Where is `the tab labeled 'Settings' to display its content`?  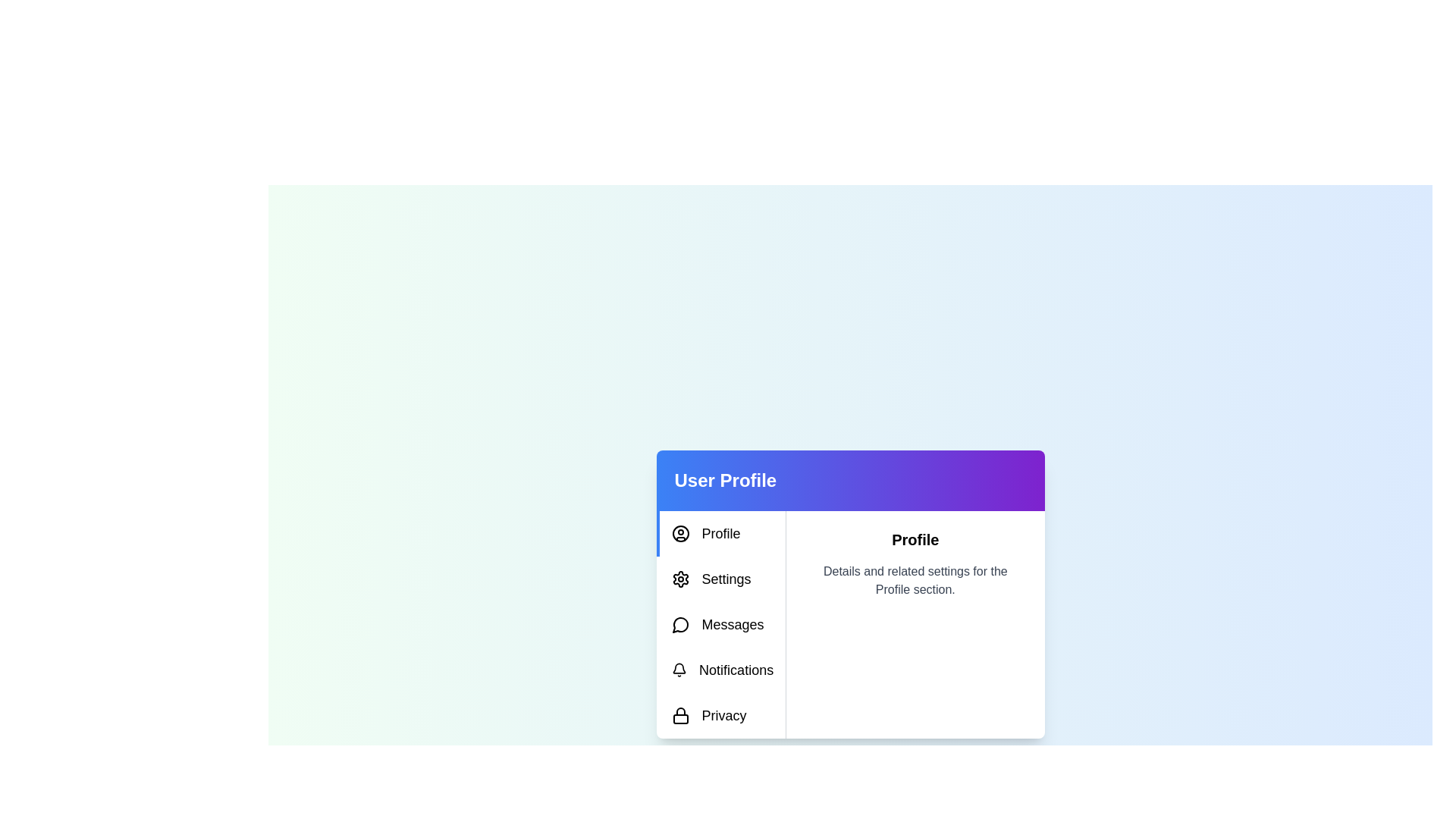 the tab labeled 'Settings' to display its content is located at coordinates (720, 579).